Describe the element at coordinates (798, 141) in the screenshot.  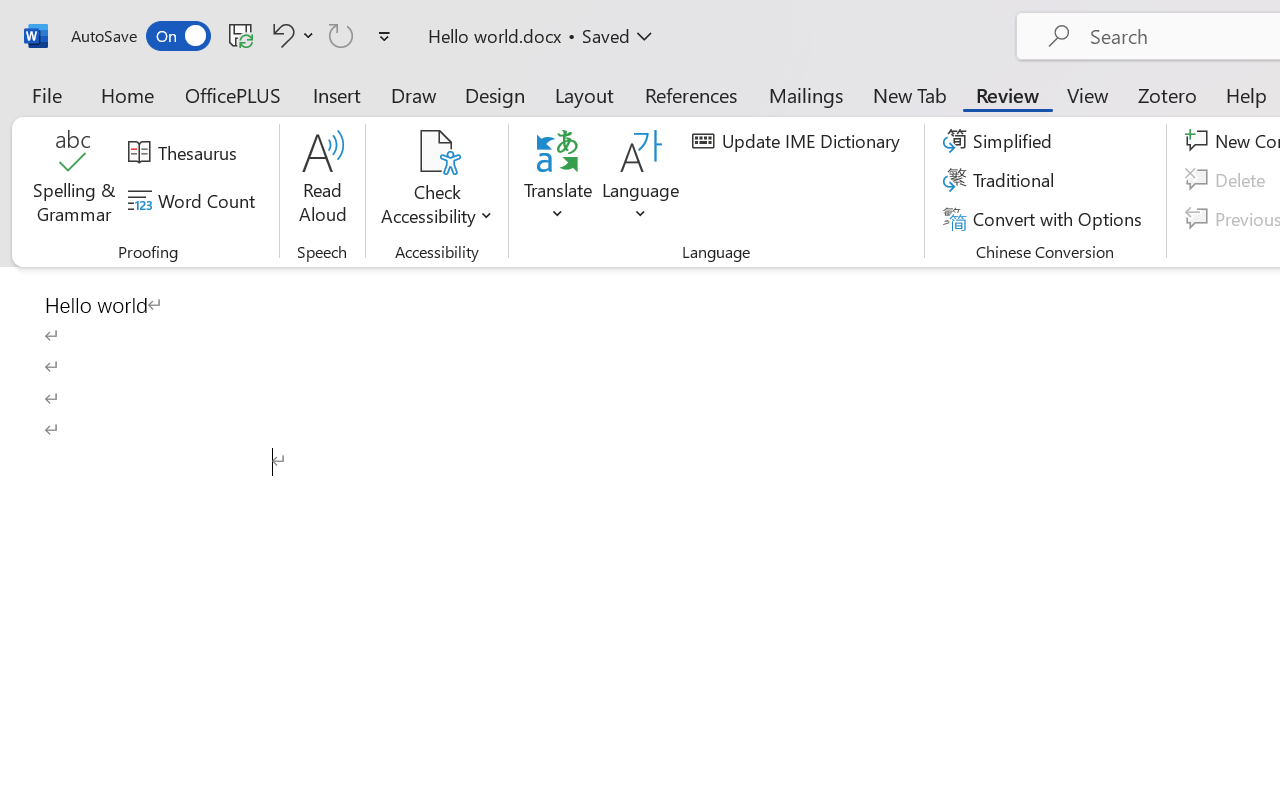
I see `'Update IME Dictionary...'` at that location.